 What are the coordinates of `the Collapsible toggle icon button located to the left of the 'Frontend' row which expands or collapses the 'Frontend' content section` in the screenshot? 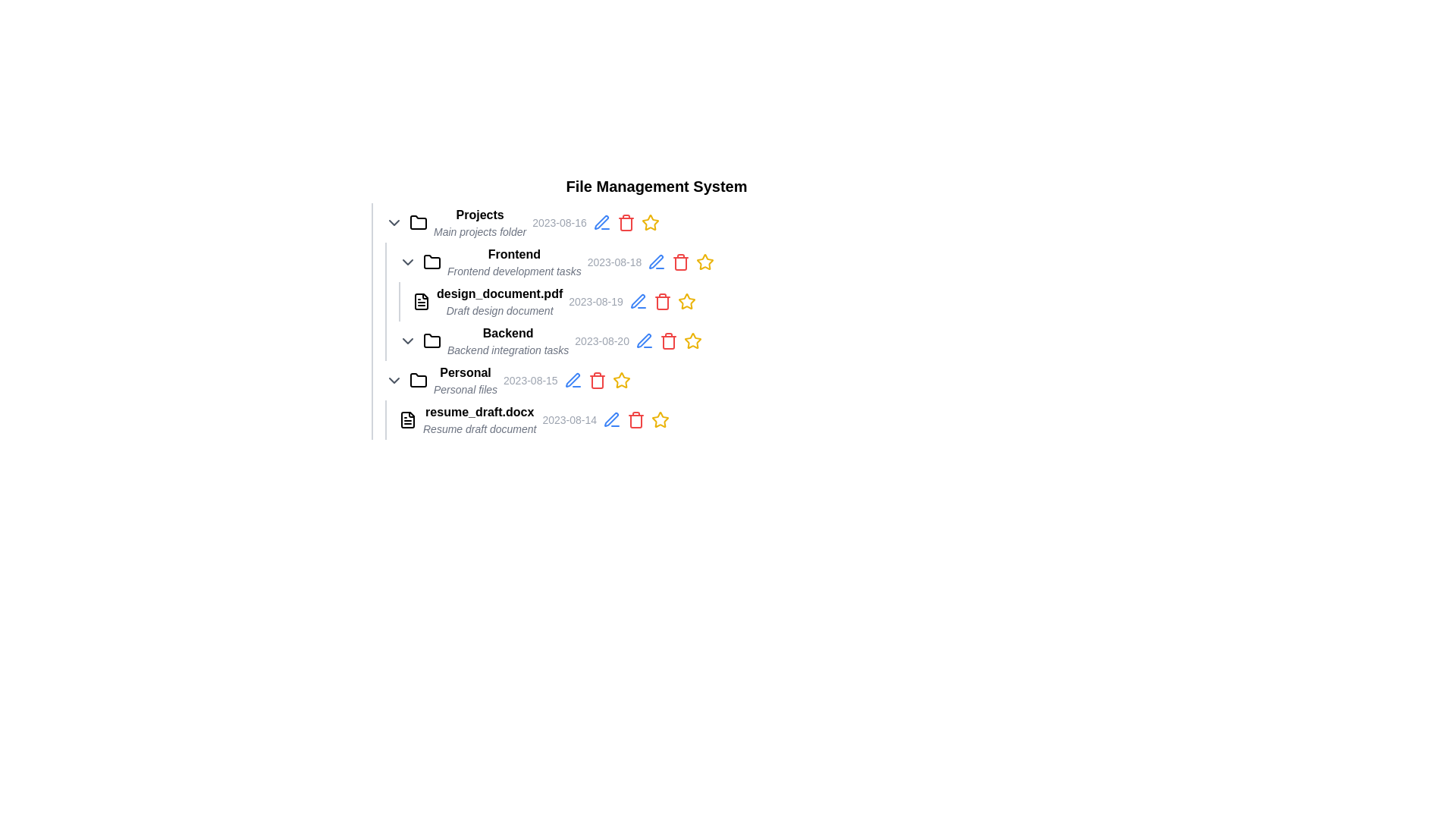 It's located at (407, 262).